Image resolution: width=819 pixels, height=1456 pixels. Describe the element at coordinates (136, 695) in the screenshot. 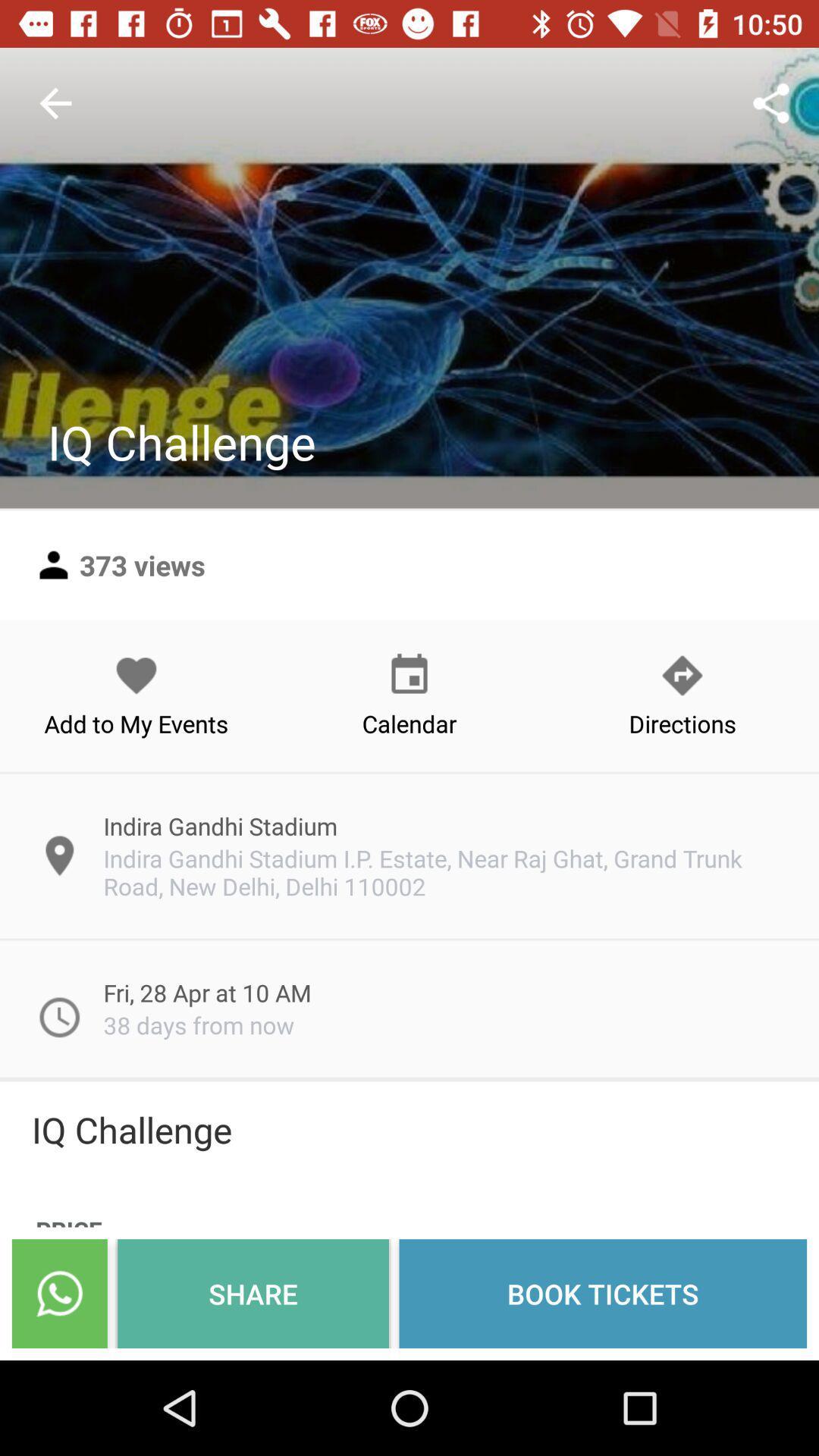

I see `the add to my icon` at that location.